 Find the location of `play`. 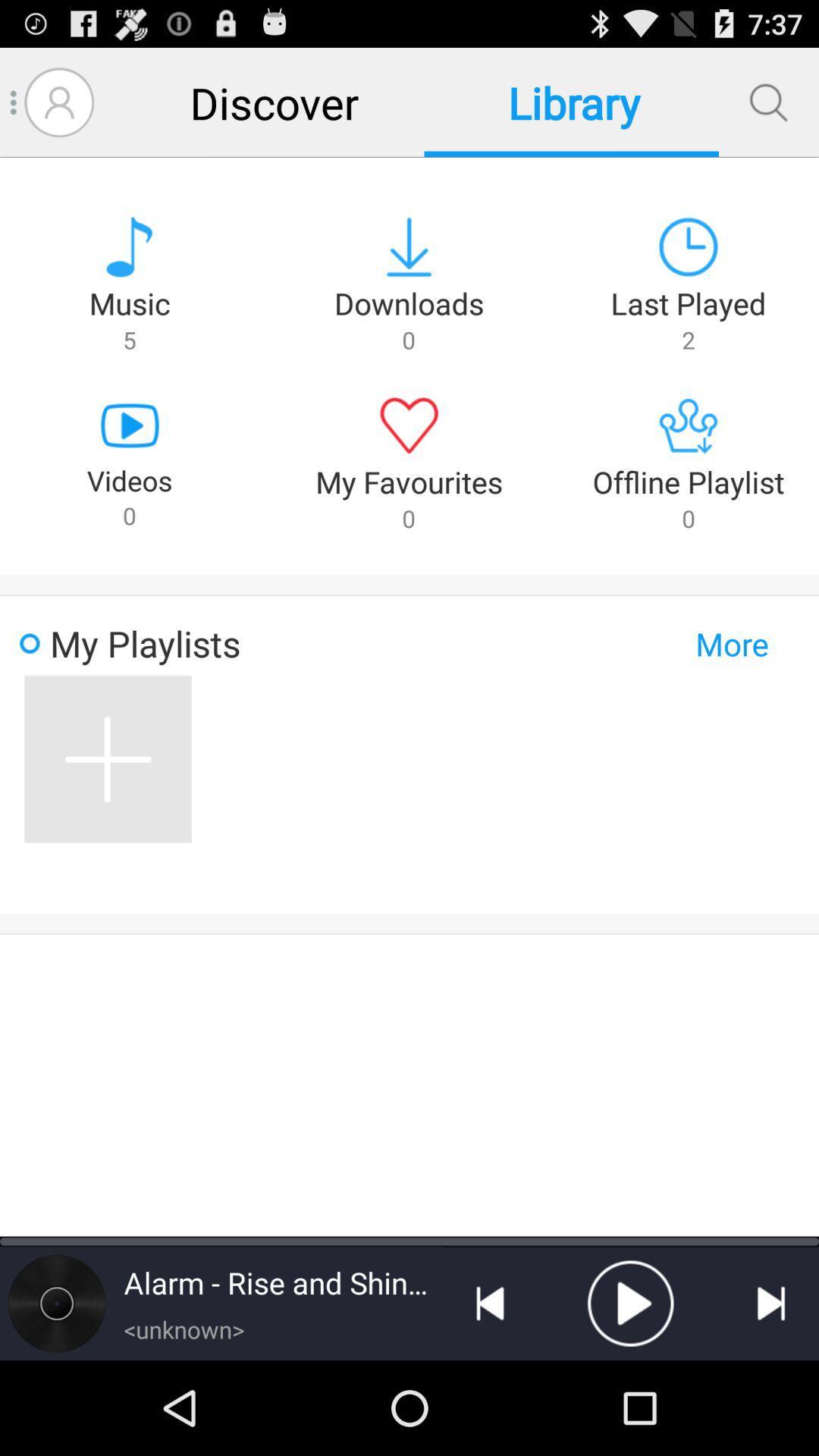

play is located at coordinates (630, 1302).